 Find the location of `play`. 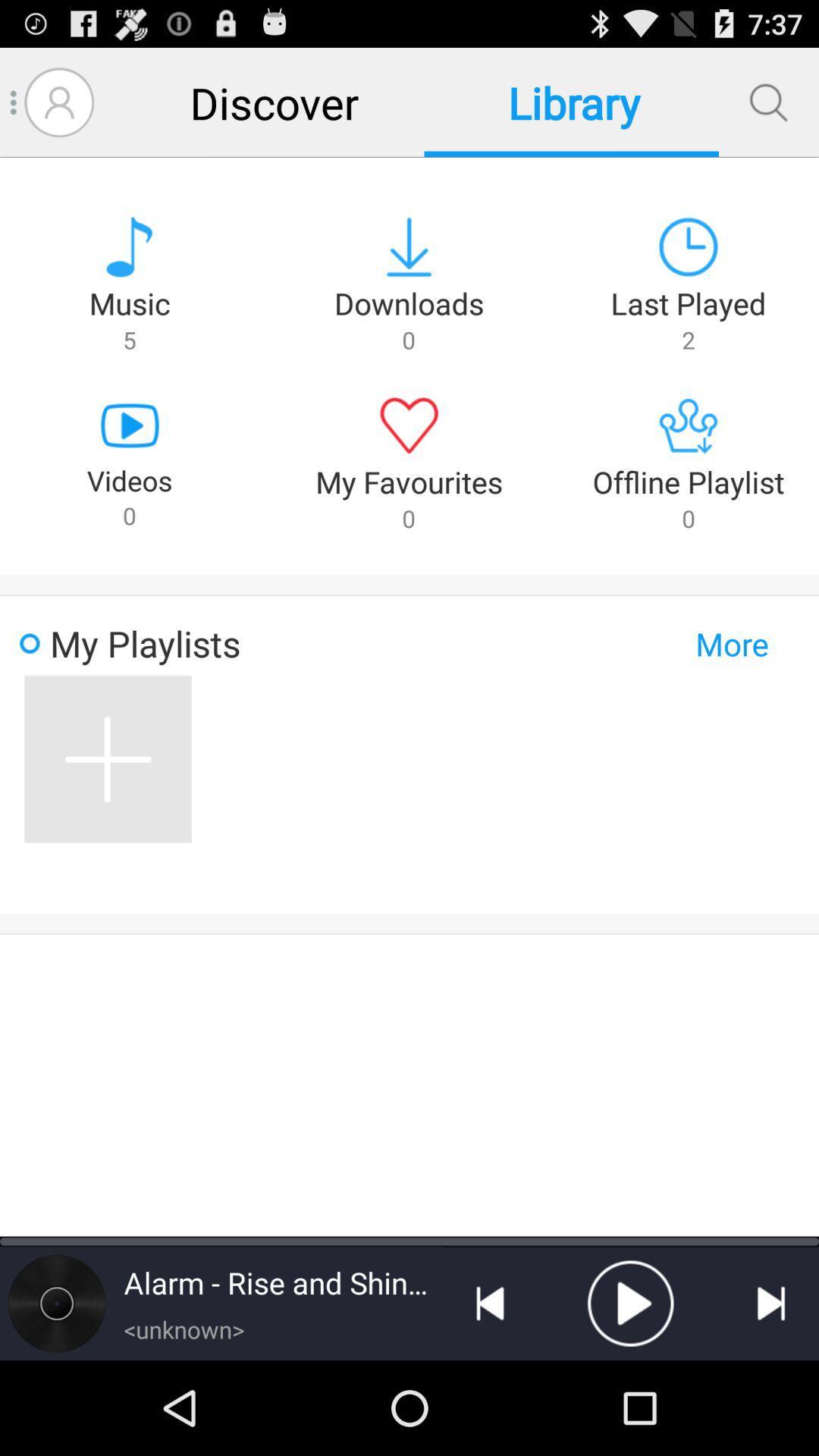

play is located at coordinates (630, 1302).